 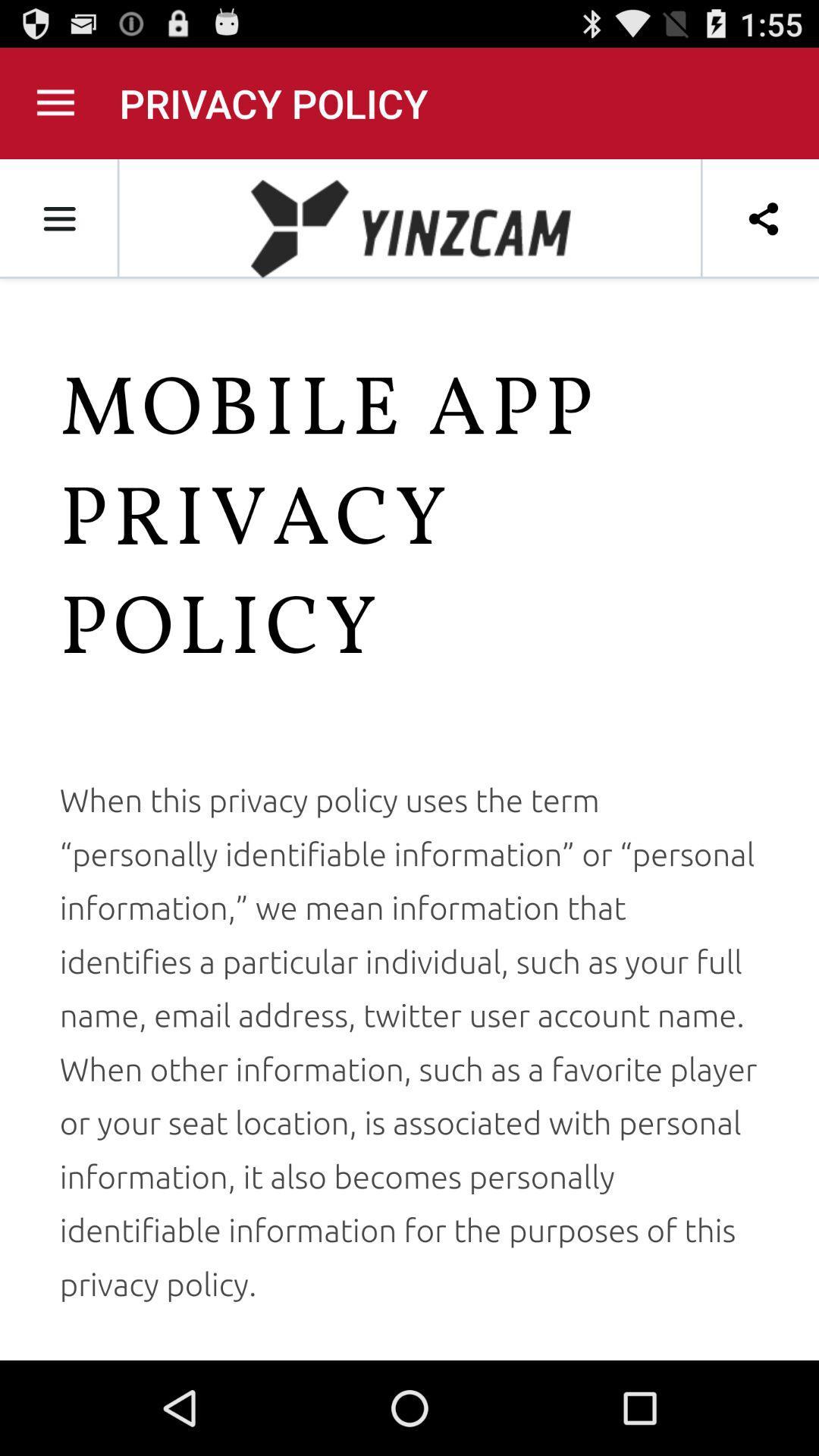 What do you see at coordinates (409, 760) in the screenshot?
I see `advertisement page` at bounding box center [409, 760].